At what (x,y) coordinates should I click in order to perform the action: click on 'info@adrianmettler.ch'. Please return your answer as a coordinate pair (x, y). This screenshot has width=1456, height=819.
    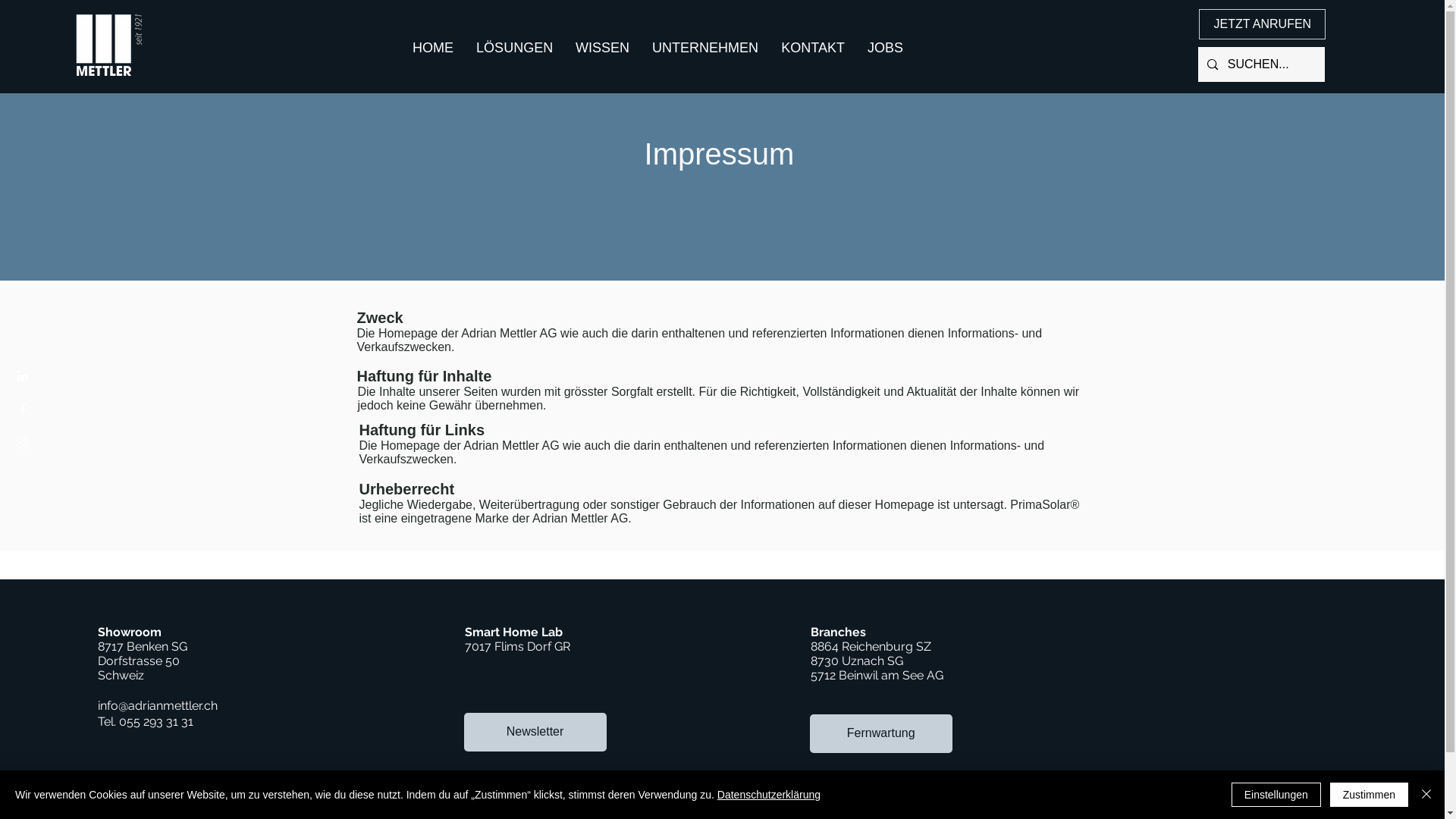
    Looking at the image, I should click on (97, 705).